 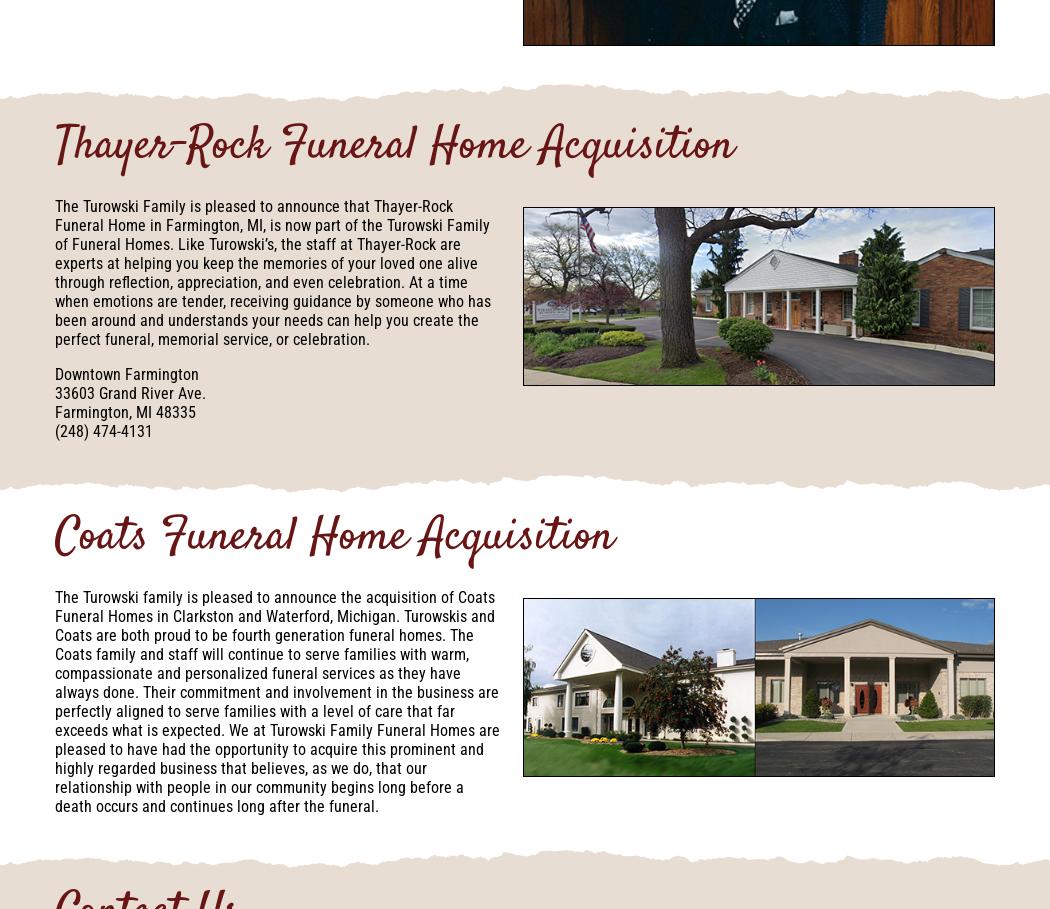 I want to click on 'Downtown Farmington', so click(x=126, y=373).